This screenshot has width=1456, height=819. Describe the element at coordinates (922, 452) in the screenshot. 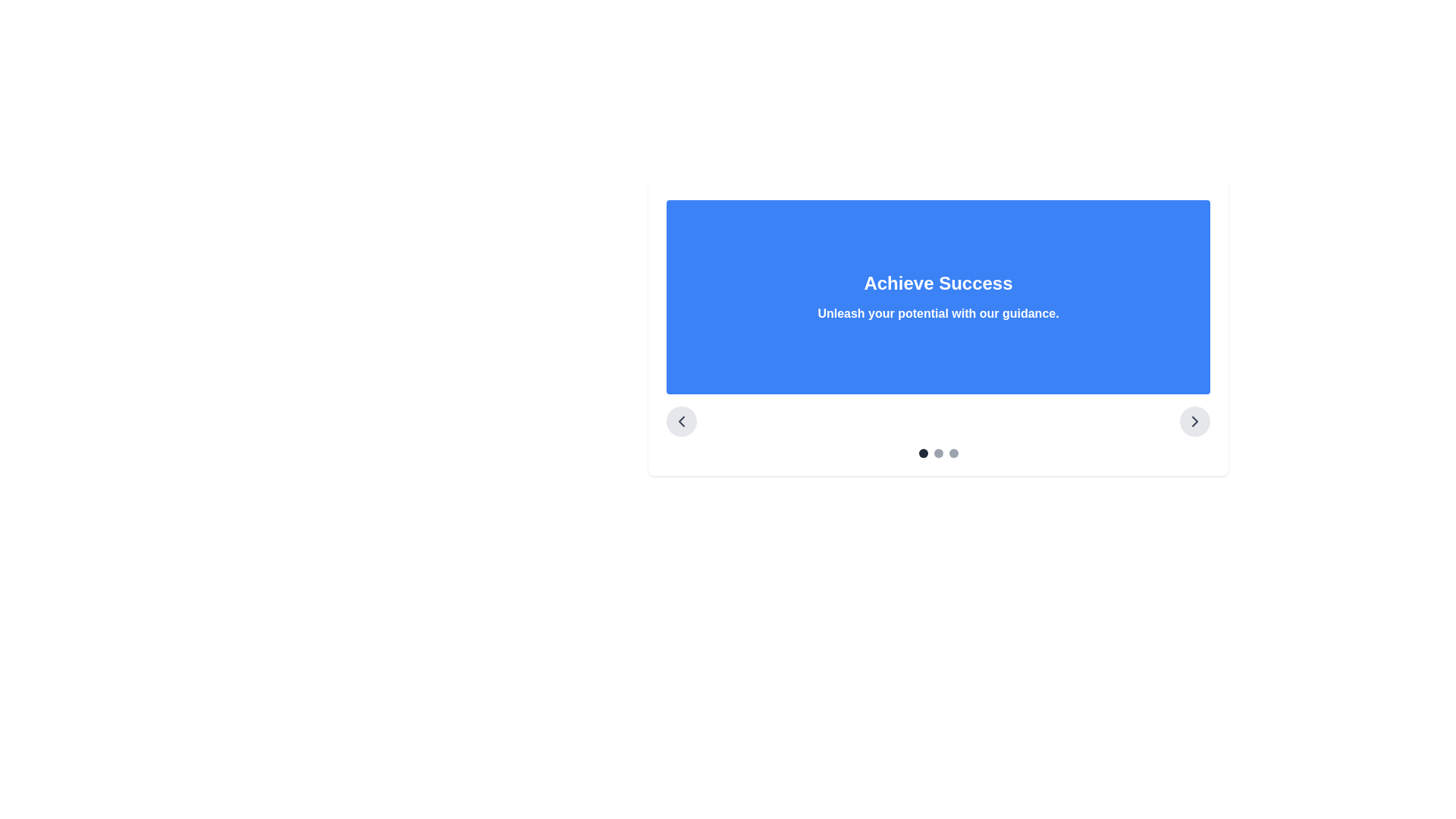

I see `the first circular navigation indicator of the carousel` at that location.